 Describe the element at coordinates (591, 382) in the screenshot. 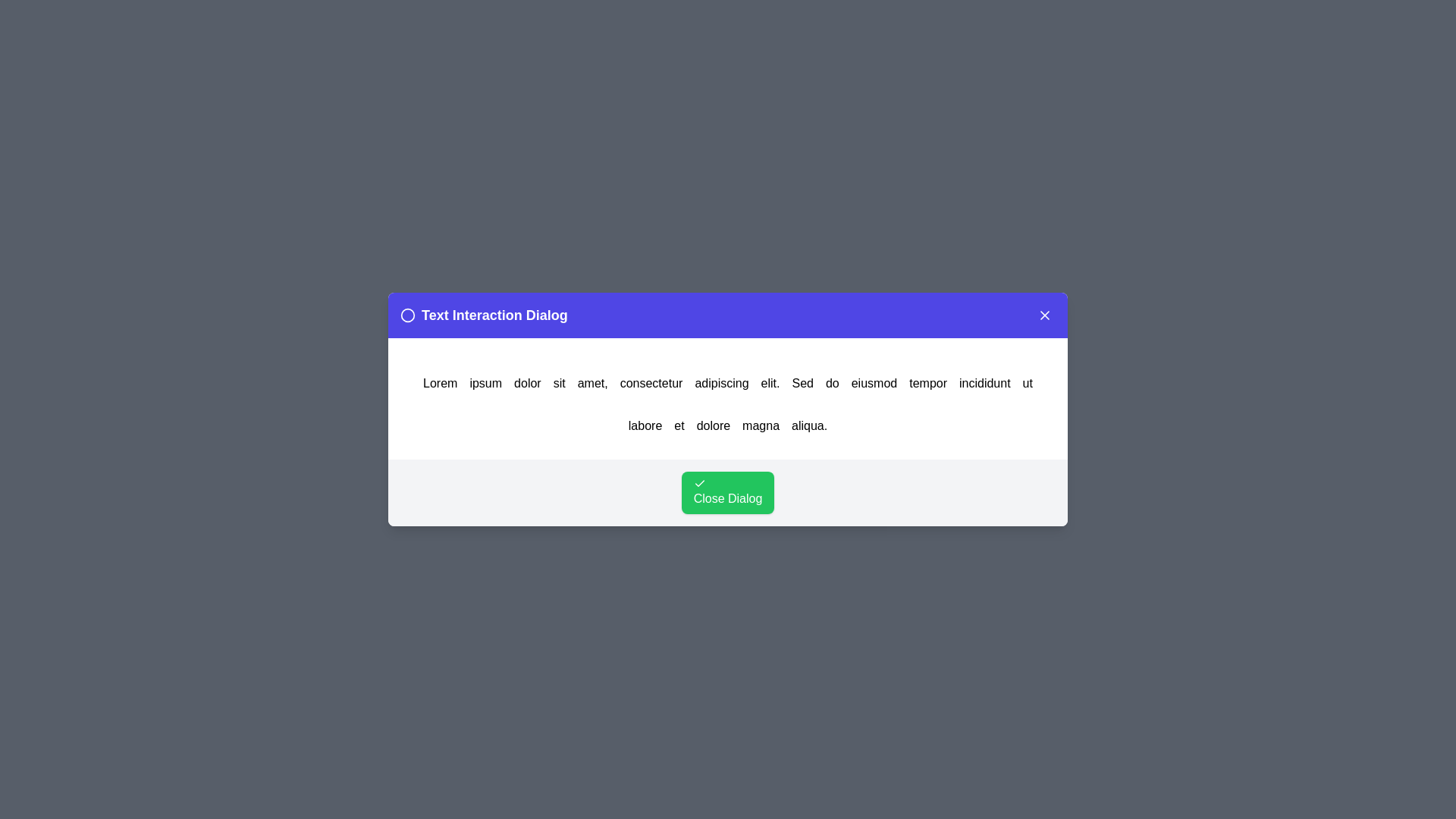

I see `the word amet, in the text to trigger an alert displaying the clicked word` at that location.